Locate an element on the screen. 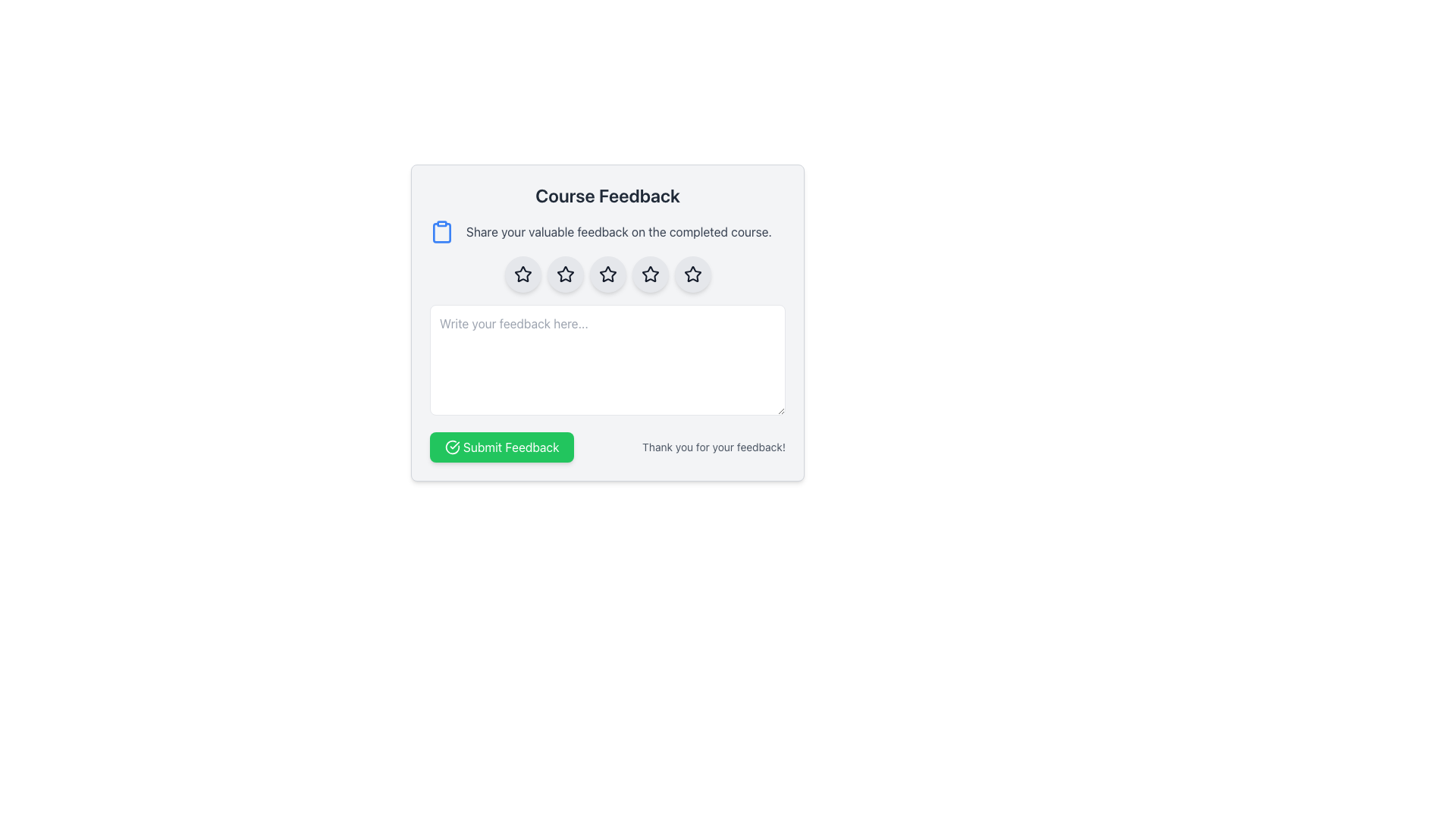 This screenshot has height=819, width=1456. the second star-shaped rating icon in the feedback section is located at coordinates (564, 275).